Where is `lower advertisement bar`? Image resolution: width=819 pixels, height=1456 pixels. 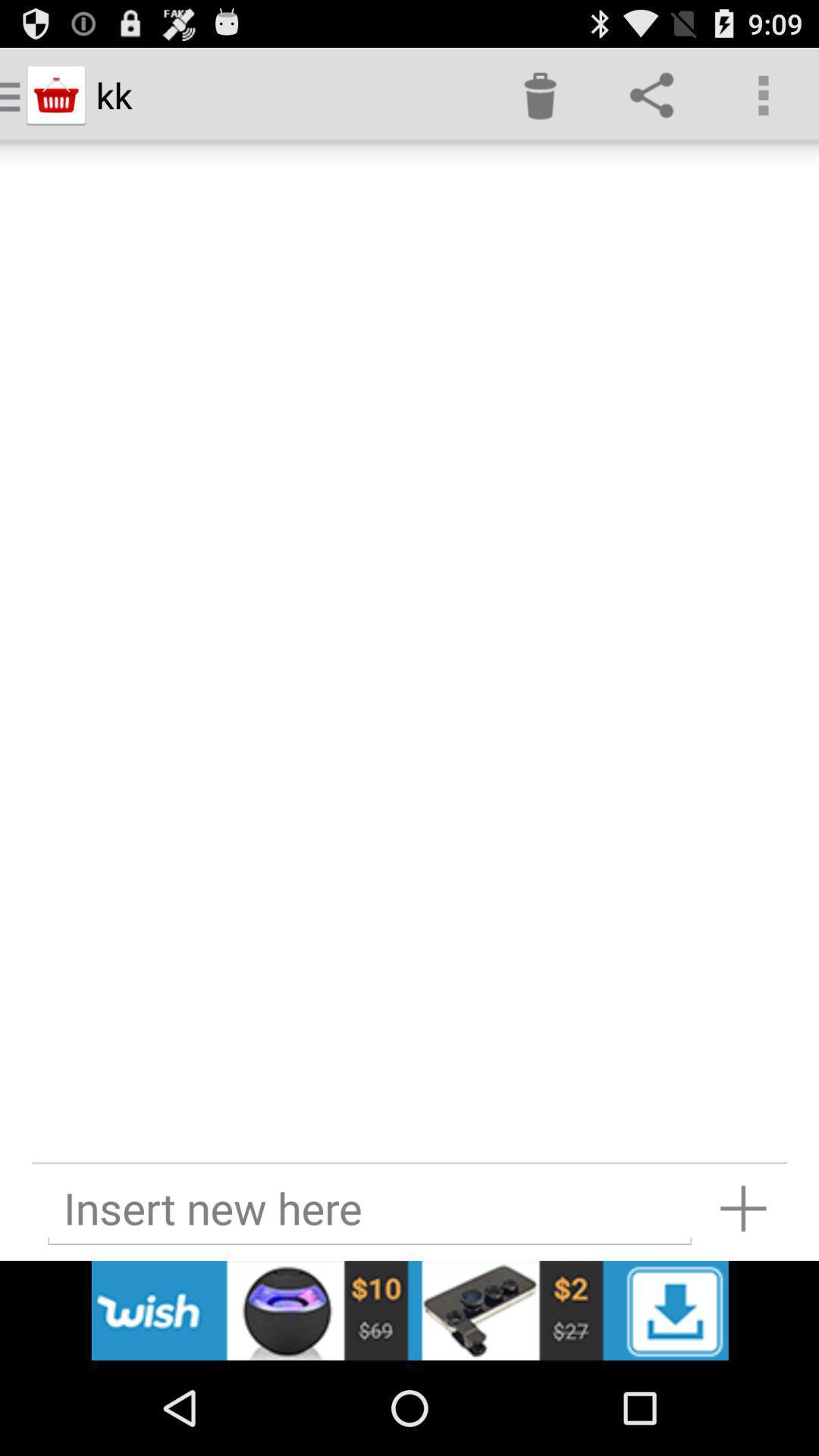
lower advertisement bar is located at coordinates (409, 1310).